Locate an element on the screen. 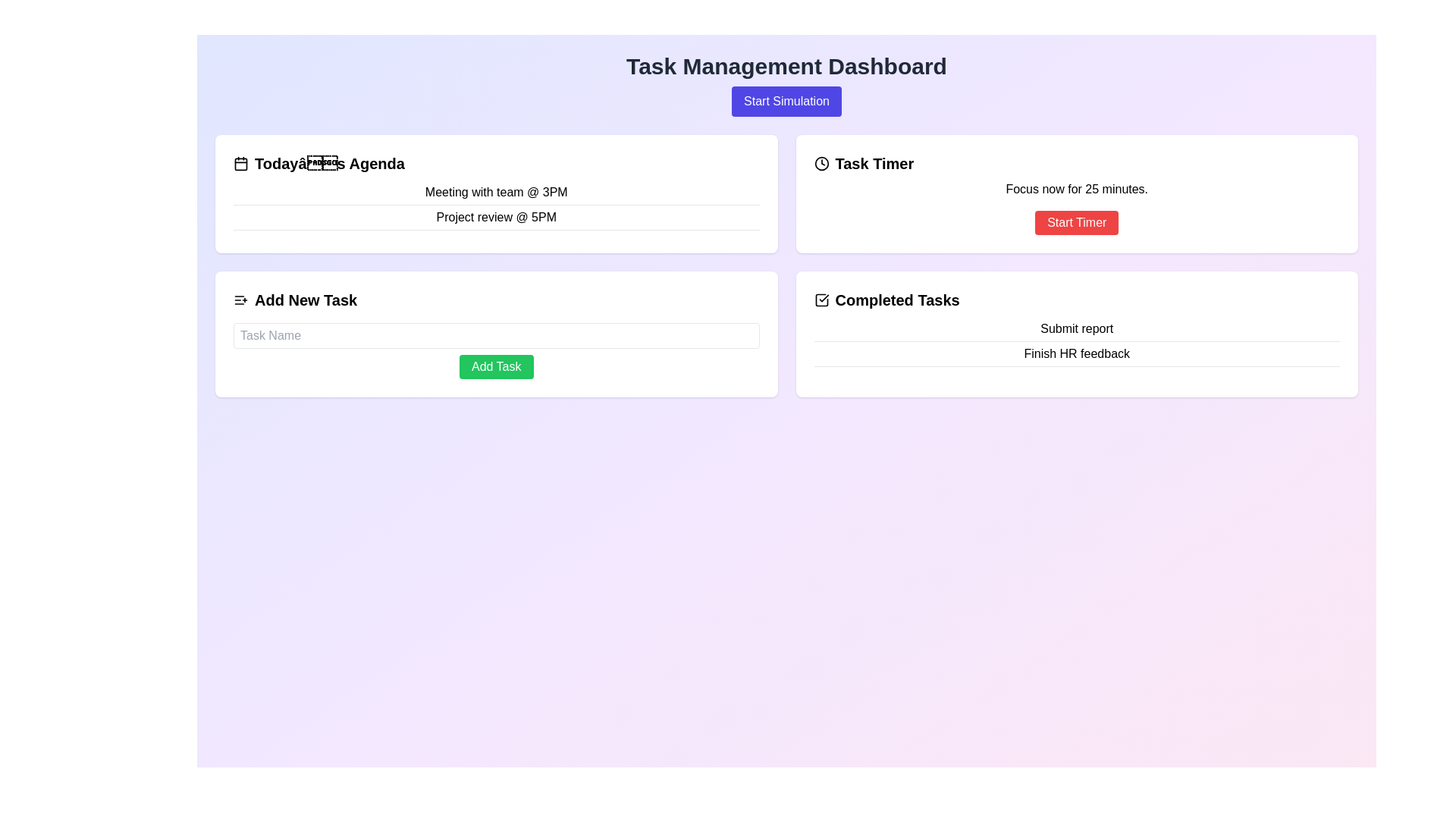  the square-shaped checkbox icon with a checkmark symbol inside it, located in the 'Completed Tasks' section in the bottom-right quadrant of the interface is located at coordinates (821, 300).